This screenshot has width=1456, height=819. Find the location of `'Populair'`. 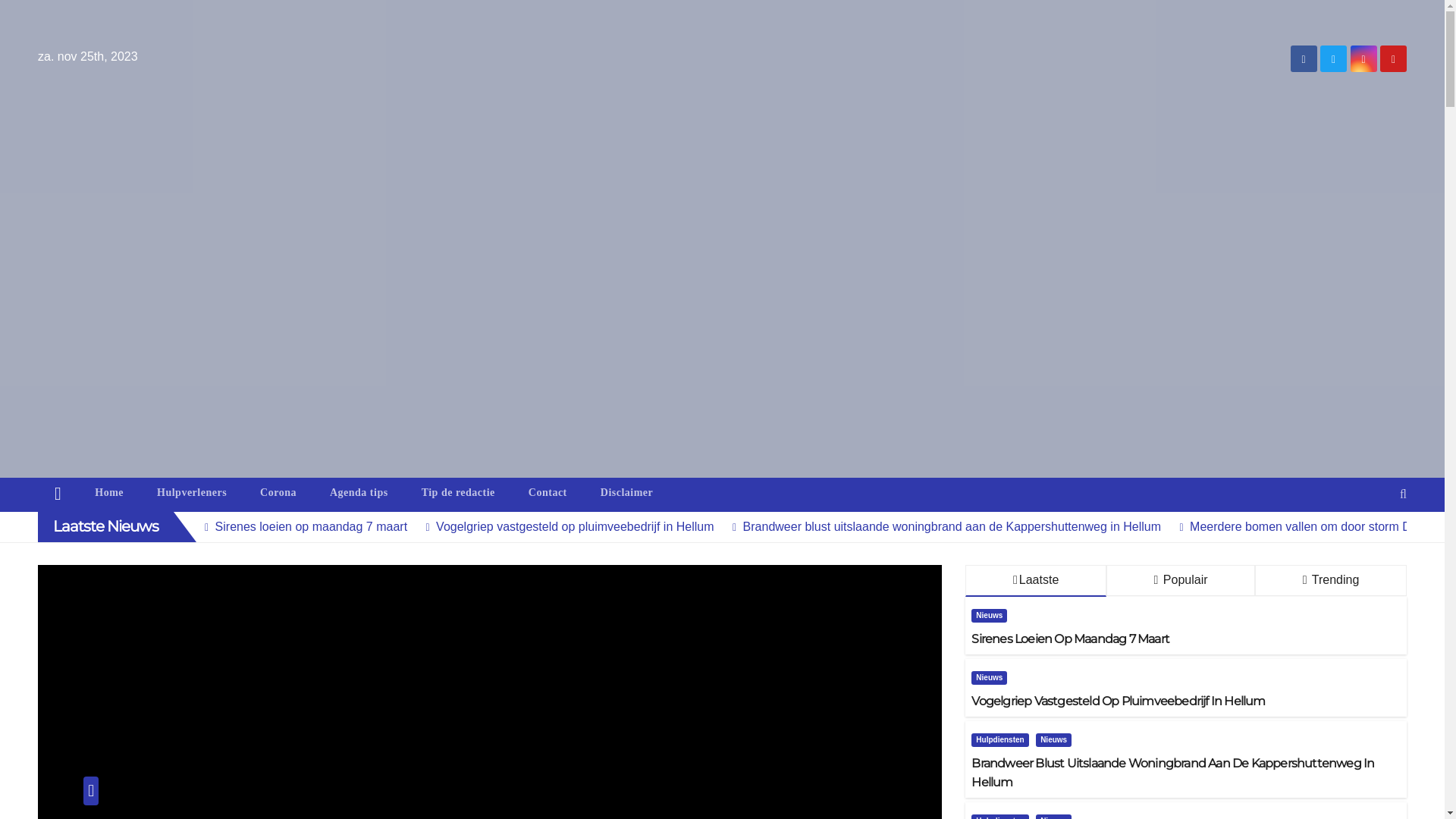

'Populair' is located at coordinates (1179, 580).